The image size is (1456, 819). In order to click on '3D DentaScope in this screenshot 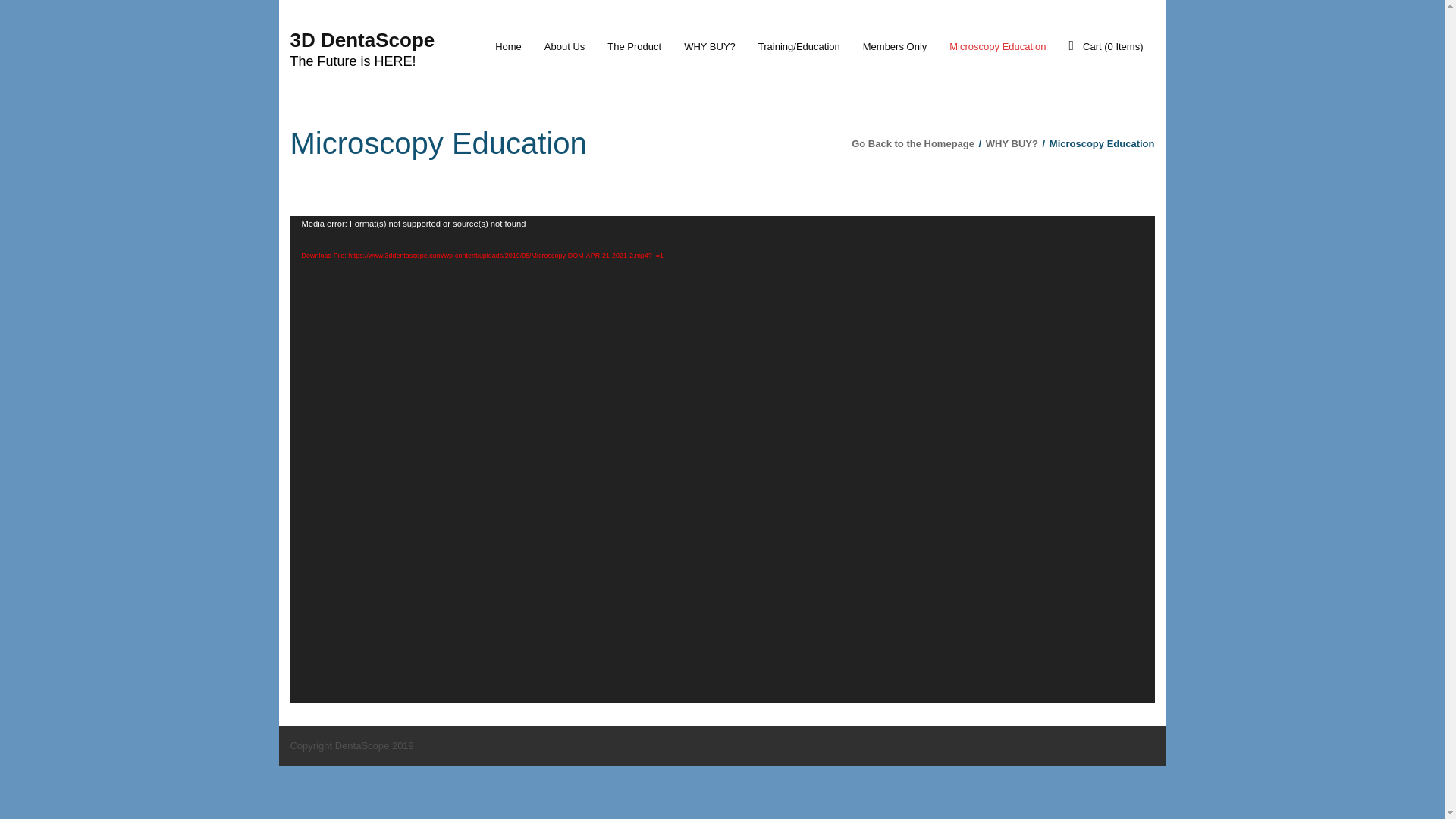, I will do `click(361, 46)`.